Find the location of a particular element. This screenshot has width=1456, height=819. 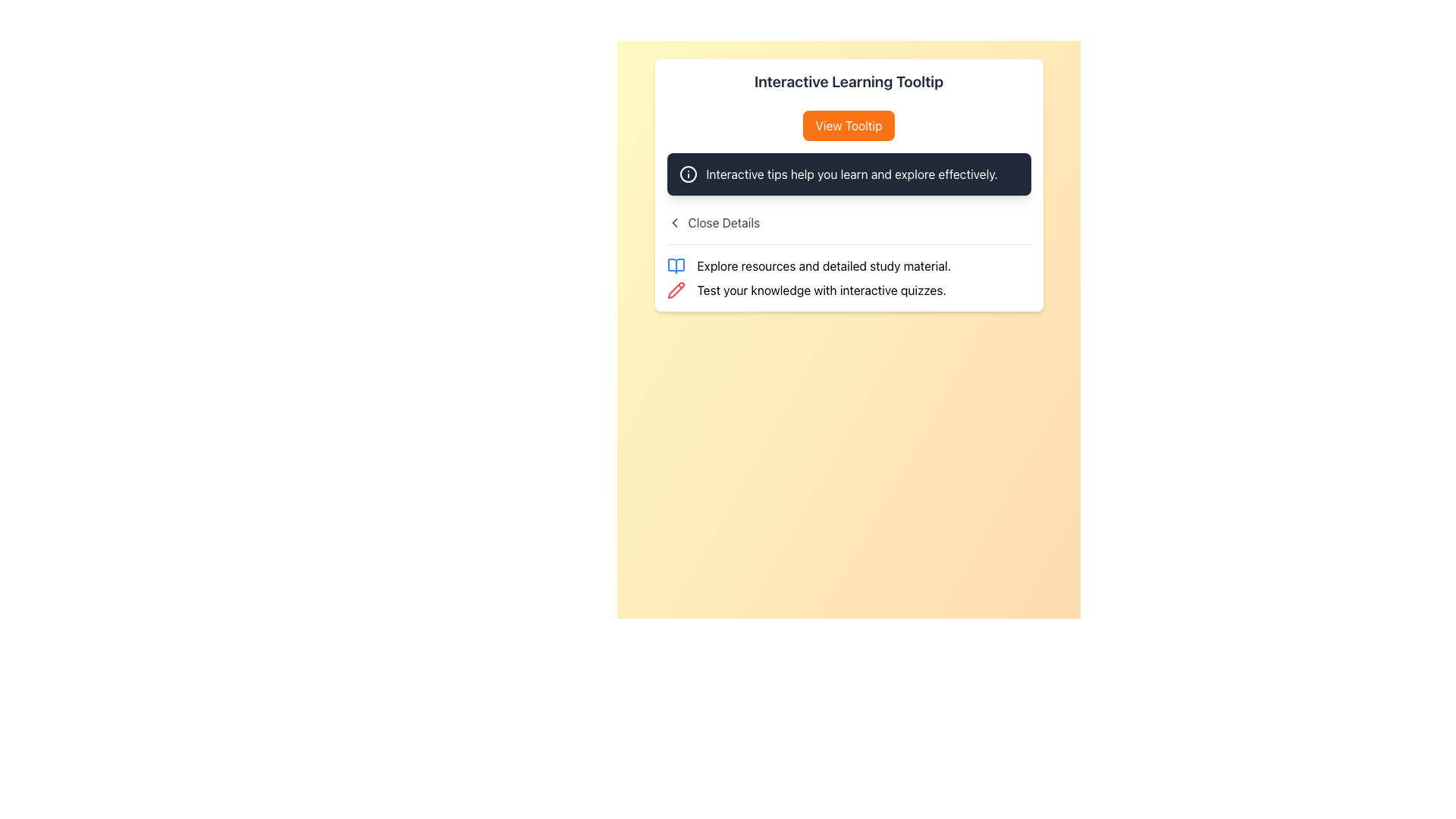

the central circle of the informational icon located to the left of the 'Interactive tips help you learn and explore effectively.' text is located at coordinates (687, 174).